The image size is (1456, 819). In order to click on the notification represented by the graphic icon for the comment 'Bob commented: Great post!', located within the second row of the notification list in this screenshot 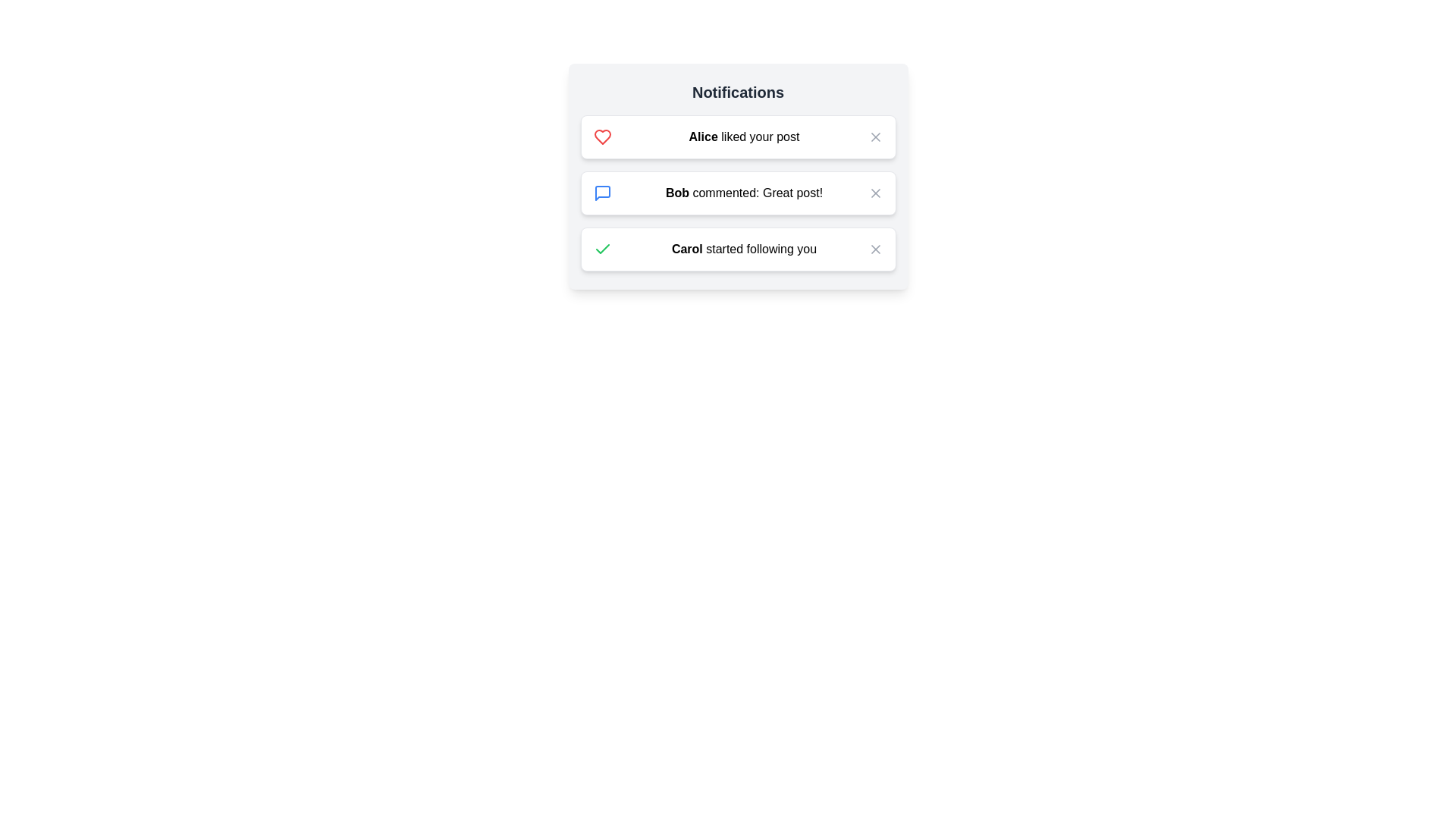, I will do `click(601, 192)`.